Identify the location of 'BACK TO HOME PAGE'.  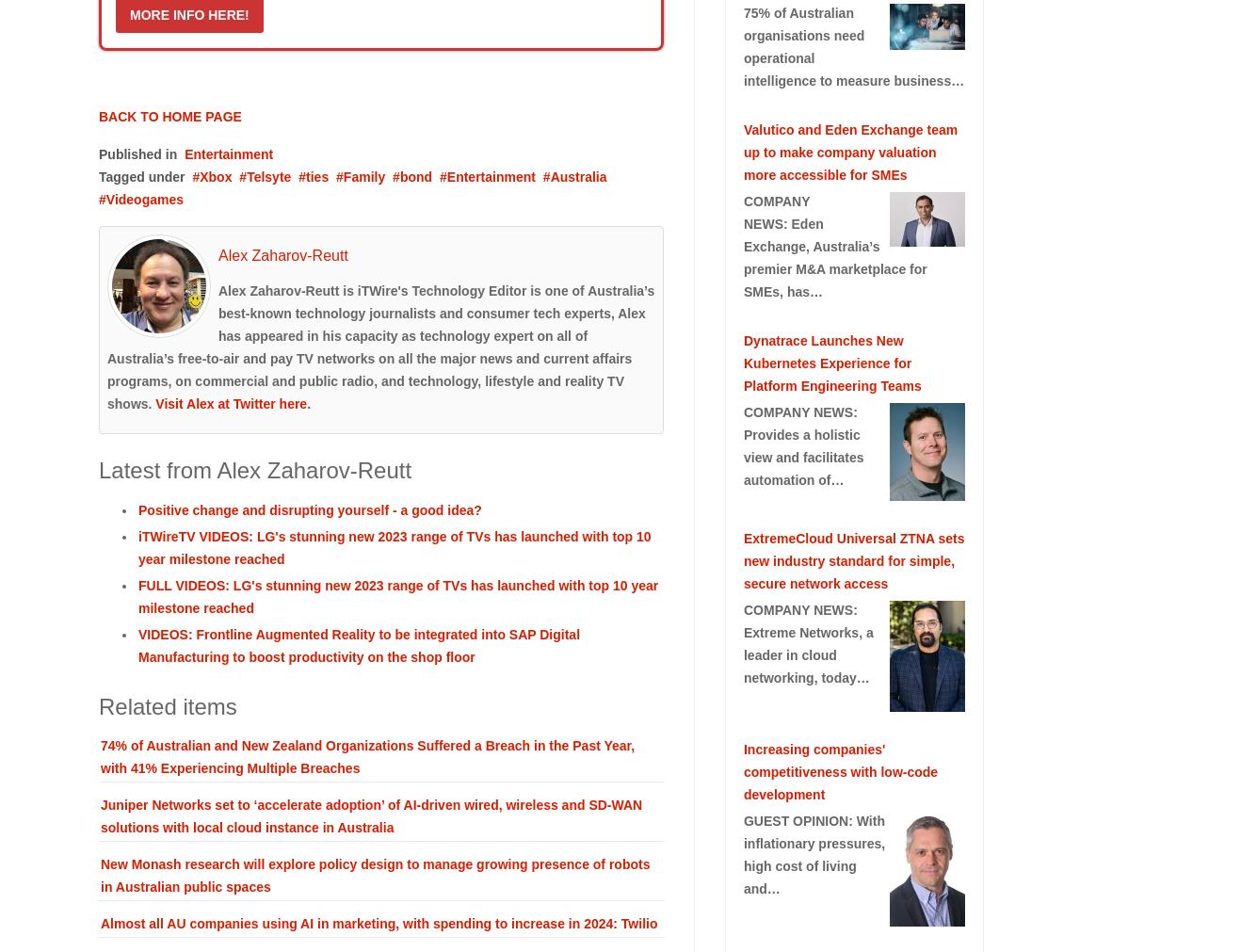
(98, 116).